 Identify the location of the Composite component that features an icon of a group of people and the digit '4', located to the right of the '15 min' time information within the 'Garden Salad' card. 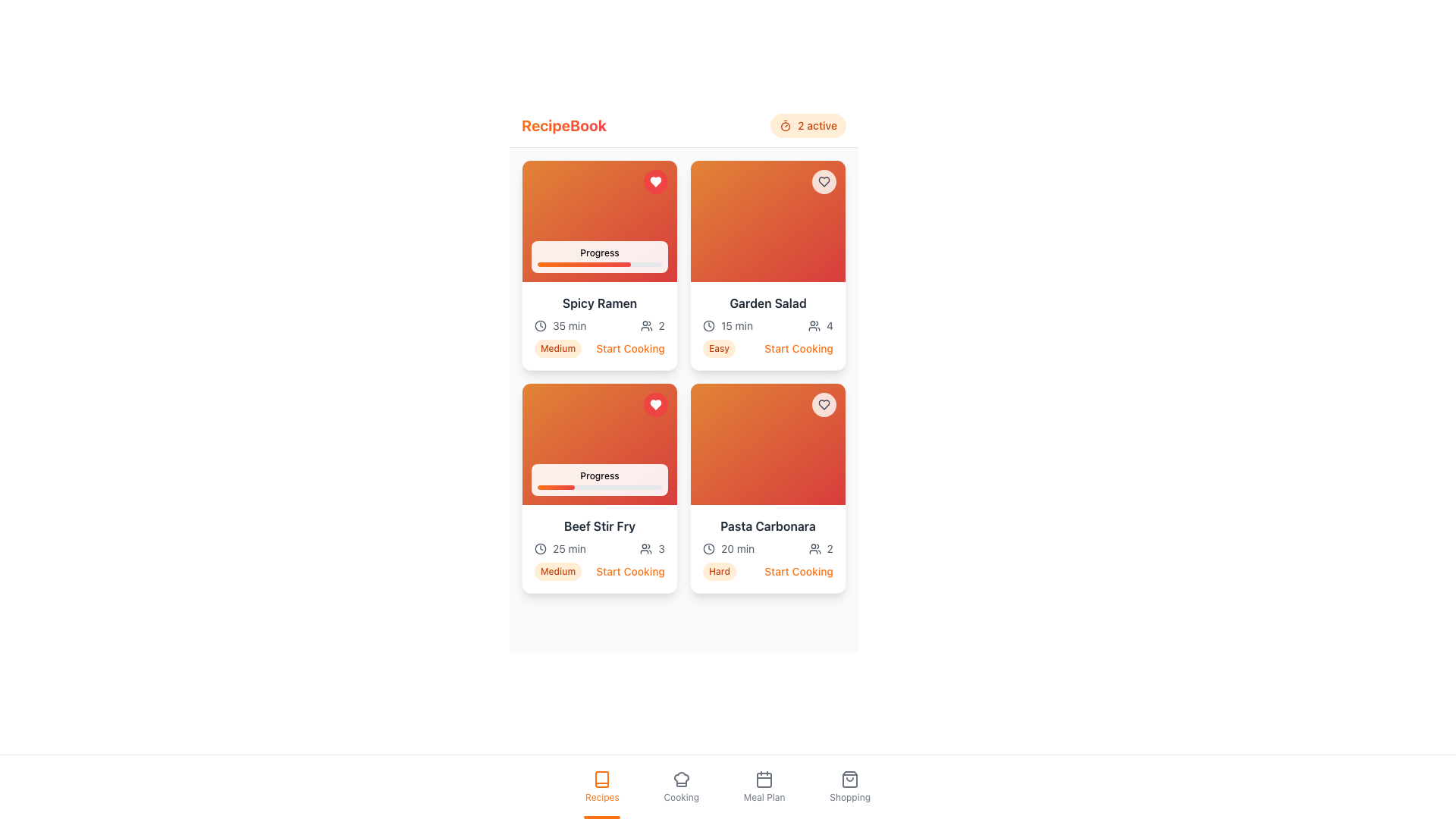
(820, 325).